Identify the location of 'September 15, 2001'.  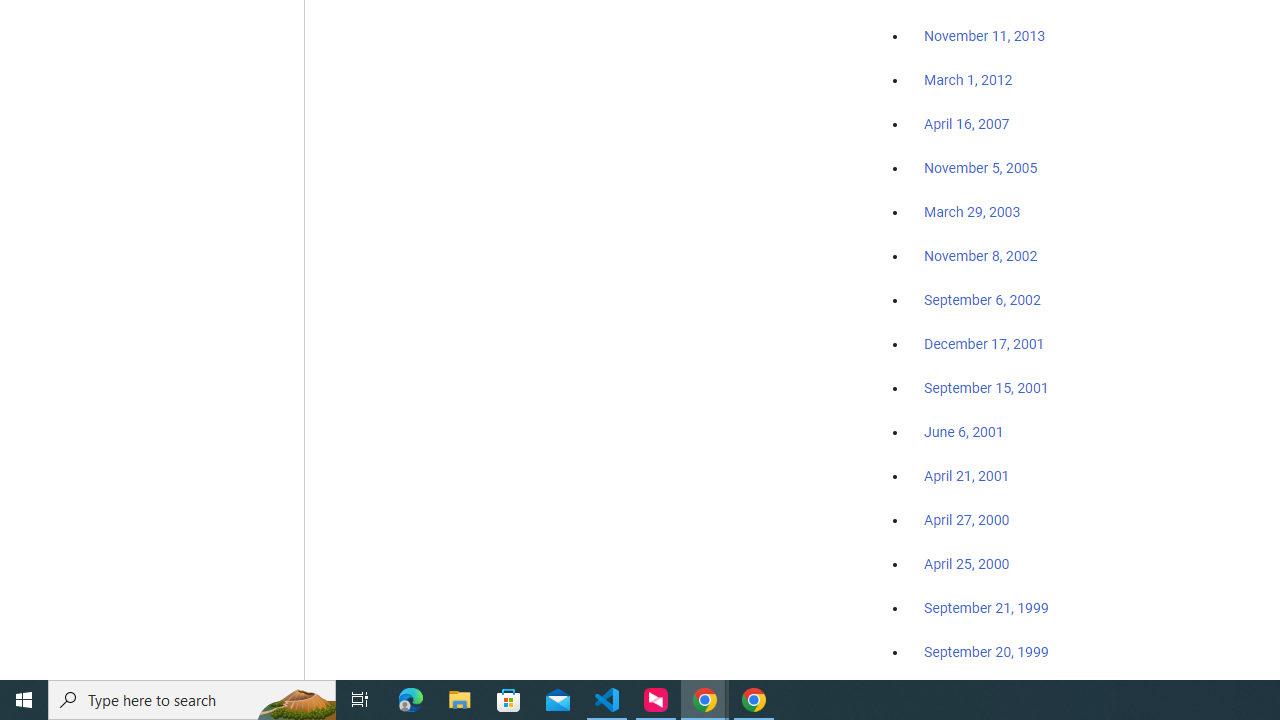
(986, 387).